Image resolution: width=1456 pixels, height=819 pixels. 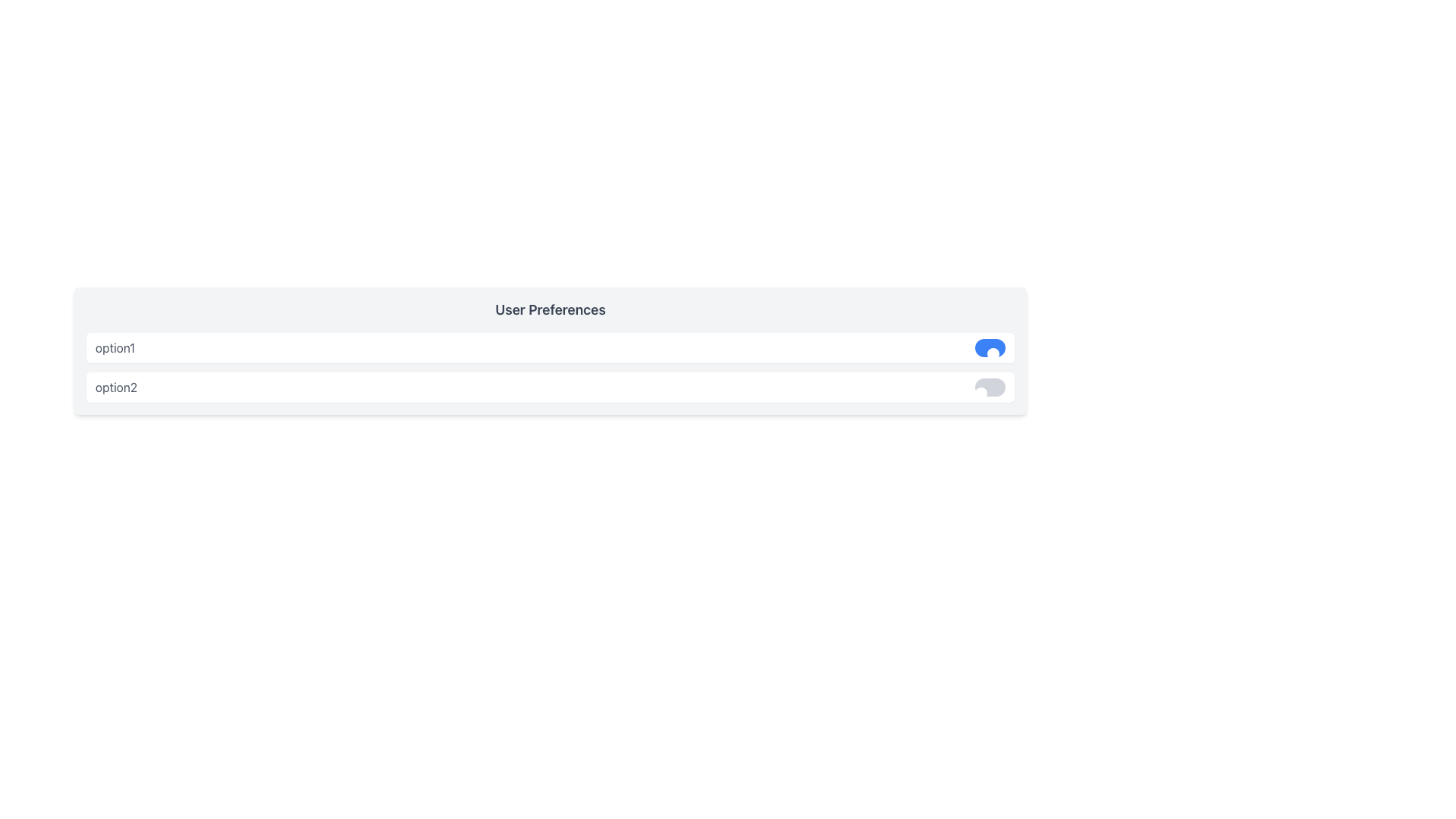 I want to click on the toggle switch for 'option2', located at the far right of the row under the 'User Preferences' header, so click(x=990, y=386).